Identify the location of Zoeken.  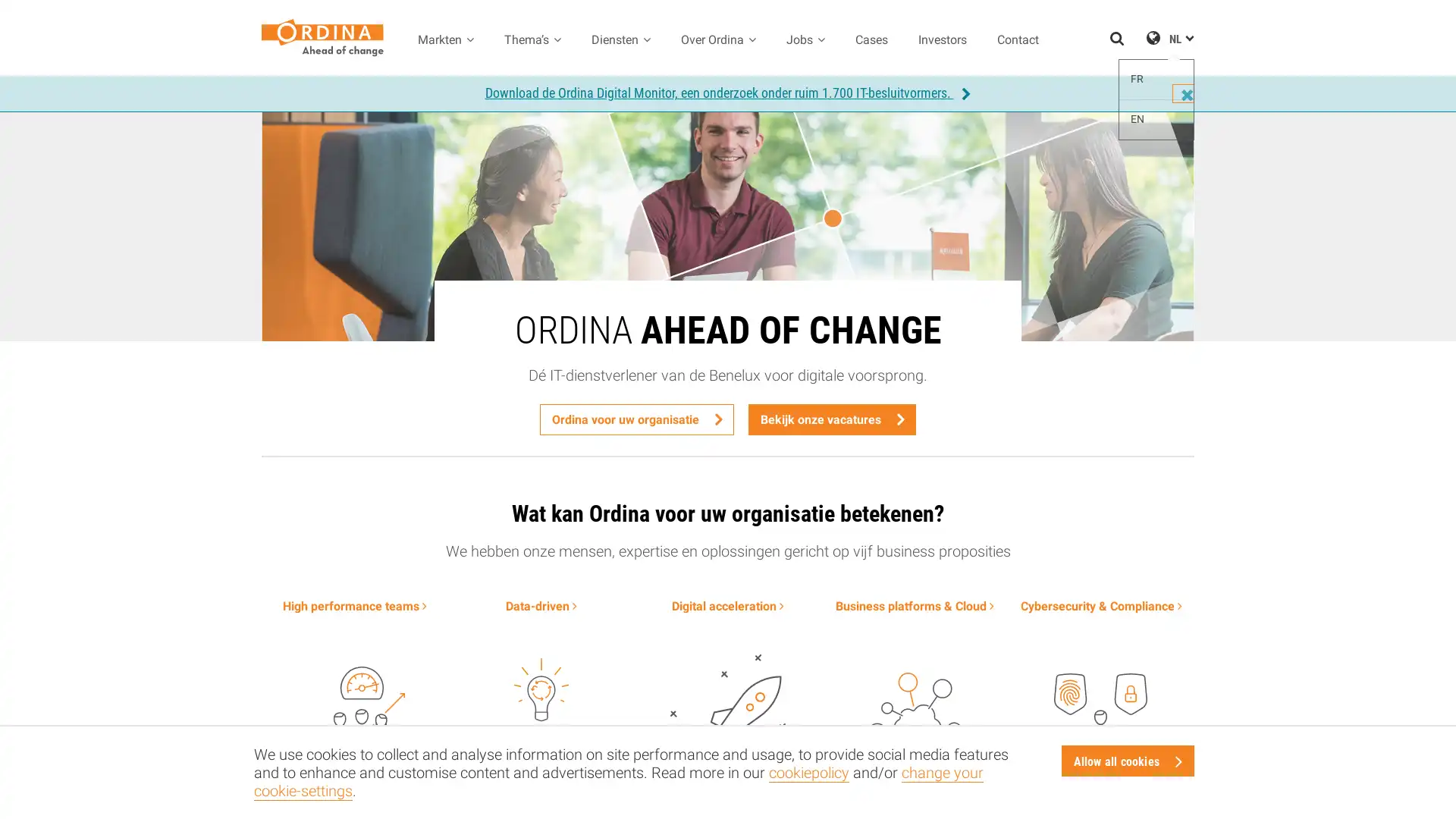
(1053, 37).